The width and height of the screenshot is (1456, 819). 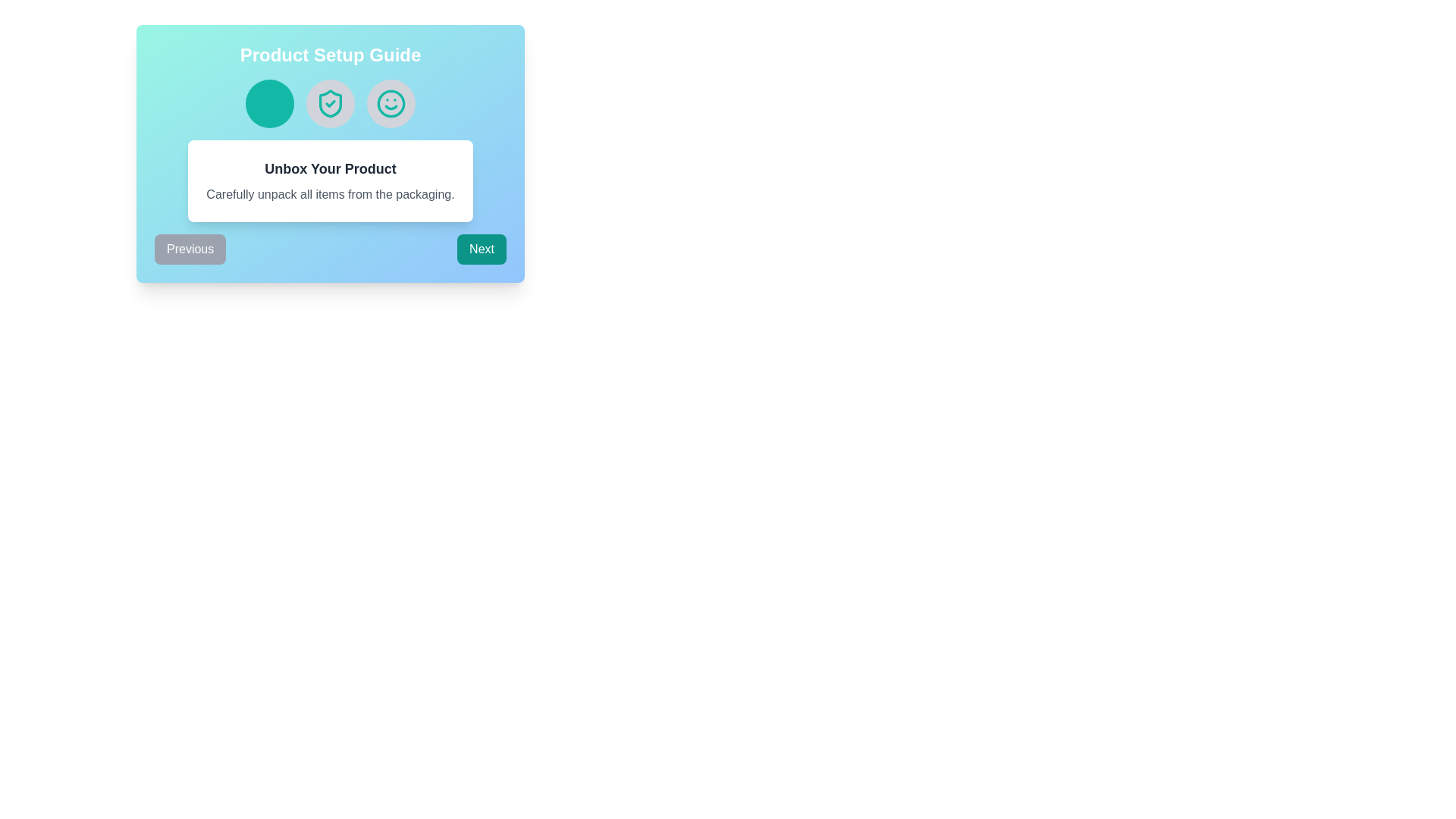 I want to click on the 'Next' button located at the bottom right of the 'Product Setup Guide' interface, so click(x=481, y=248).